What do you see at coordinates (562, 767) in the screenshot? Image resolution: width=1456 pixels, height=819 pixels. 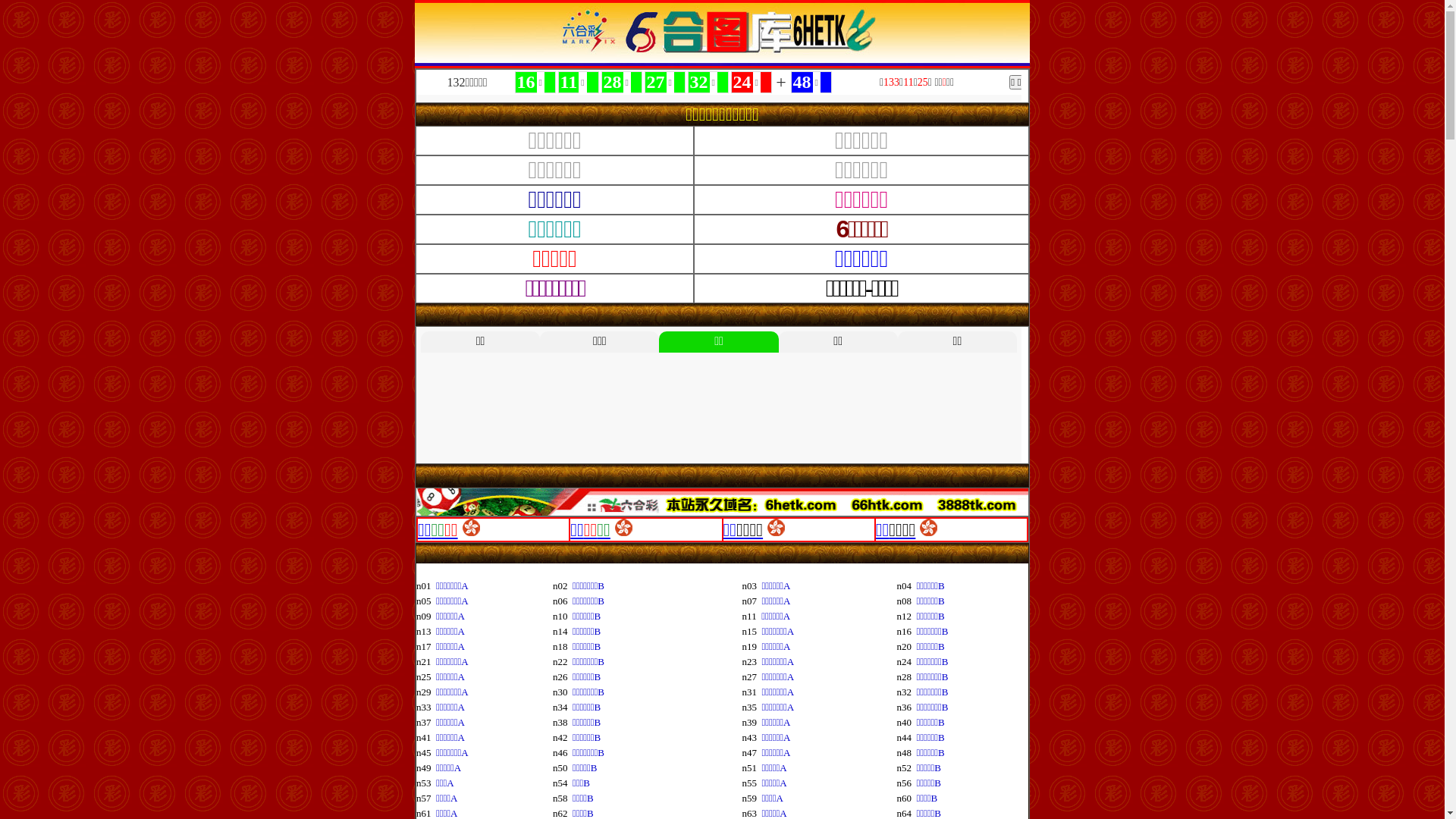 I see `'n50 '` at bounding box center [562, 767].